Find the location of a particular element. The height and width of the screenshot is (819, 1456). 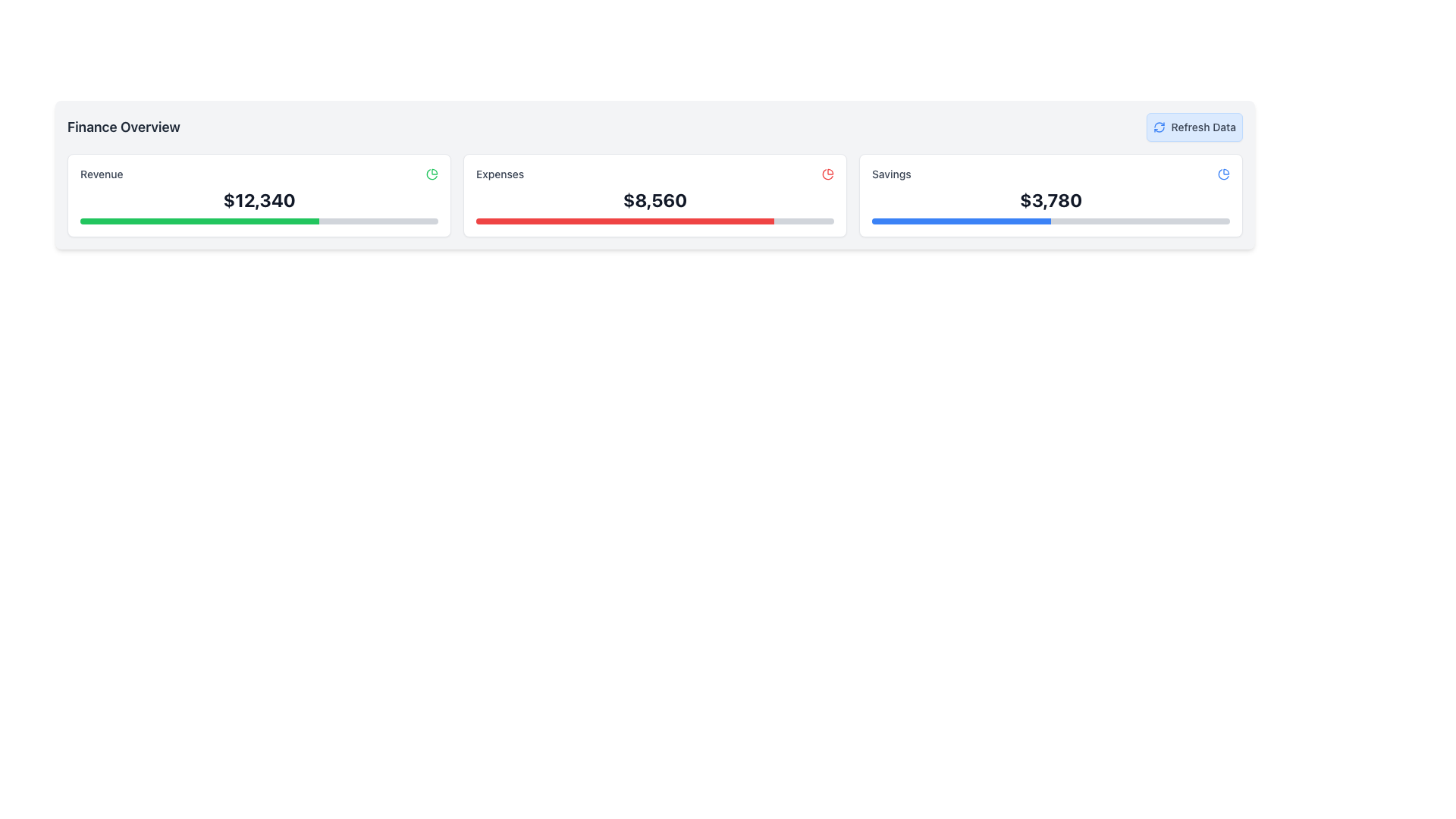

bold text label displaying the financial figure '$3,780' located in the center of the 'Savings' card on the Finance Overview dashboard is located at coordinates (1050, 199).